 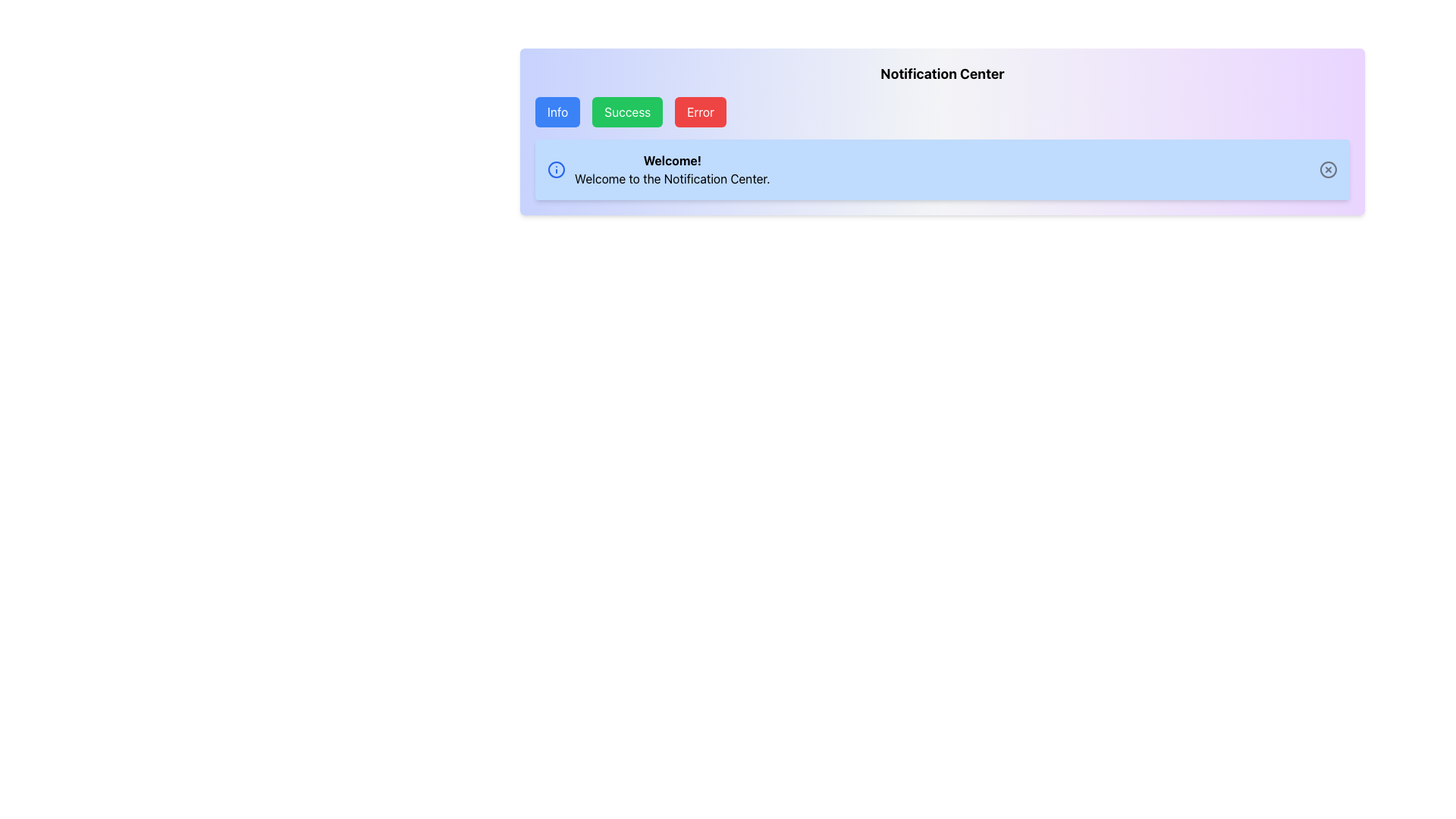 What do you see at coordinates (671, 161) in the screenshot?
I see `the title text element that welcomes the user to the Notification Center, located in the upper-left side of the light blue box` at bounding box center [671, 161].